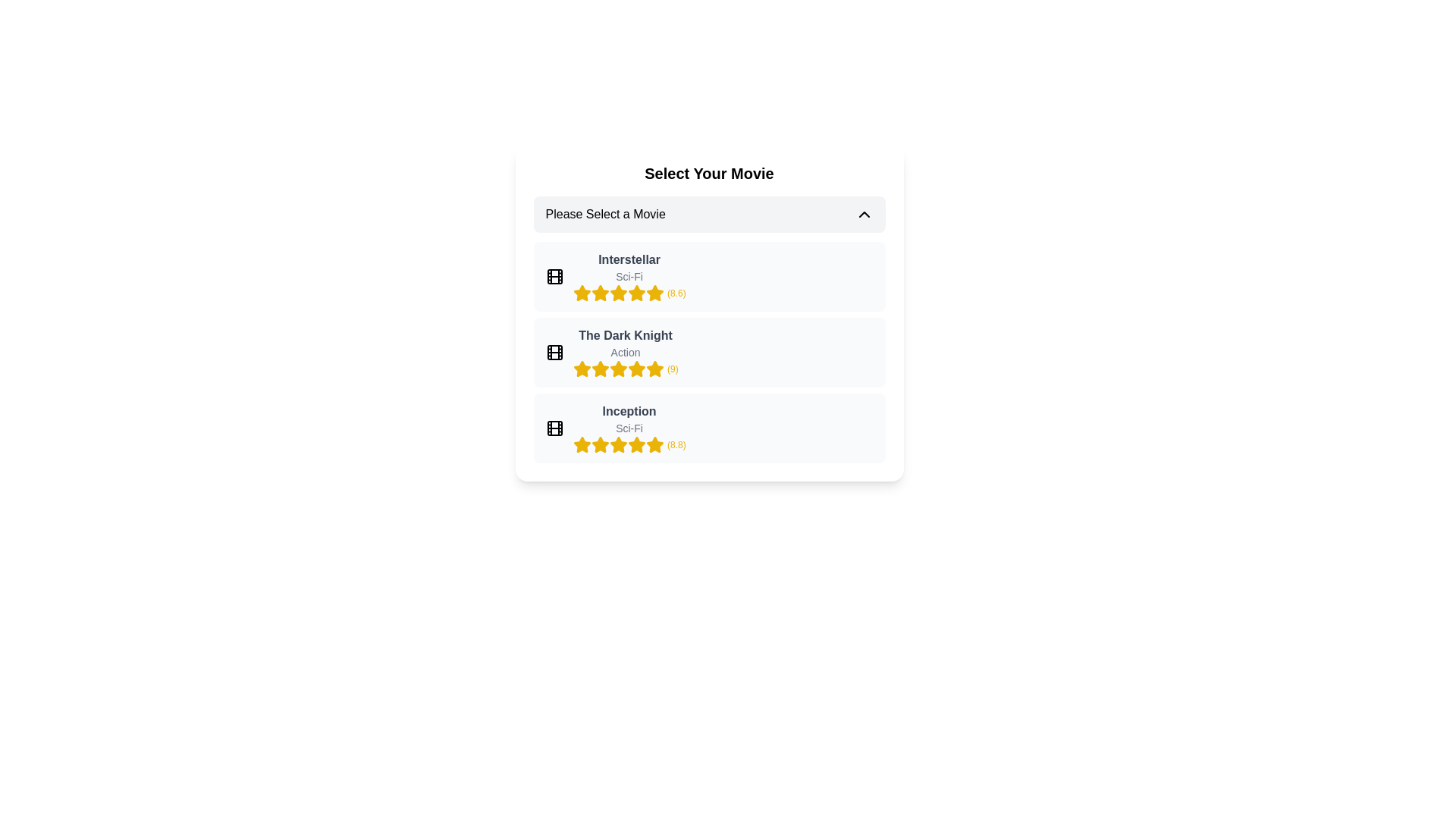  Describe the element at coordinates (654, 444) in the screenshot. I see `the fifth rating star icon indicating the movie 'Inception'` at that location.